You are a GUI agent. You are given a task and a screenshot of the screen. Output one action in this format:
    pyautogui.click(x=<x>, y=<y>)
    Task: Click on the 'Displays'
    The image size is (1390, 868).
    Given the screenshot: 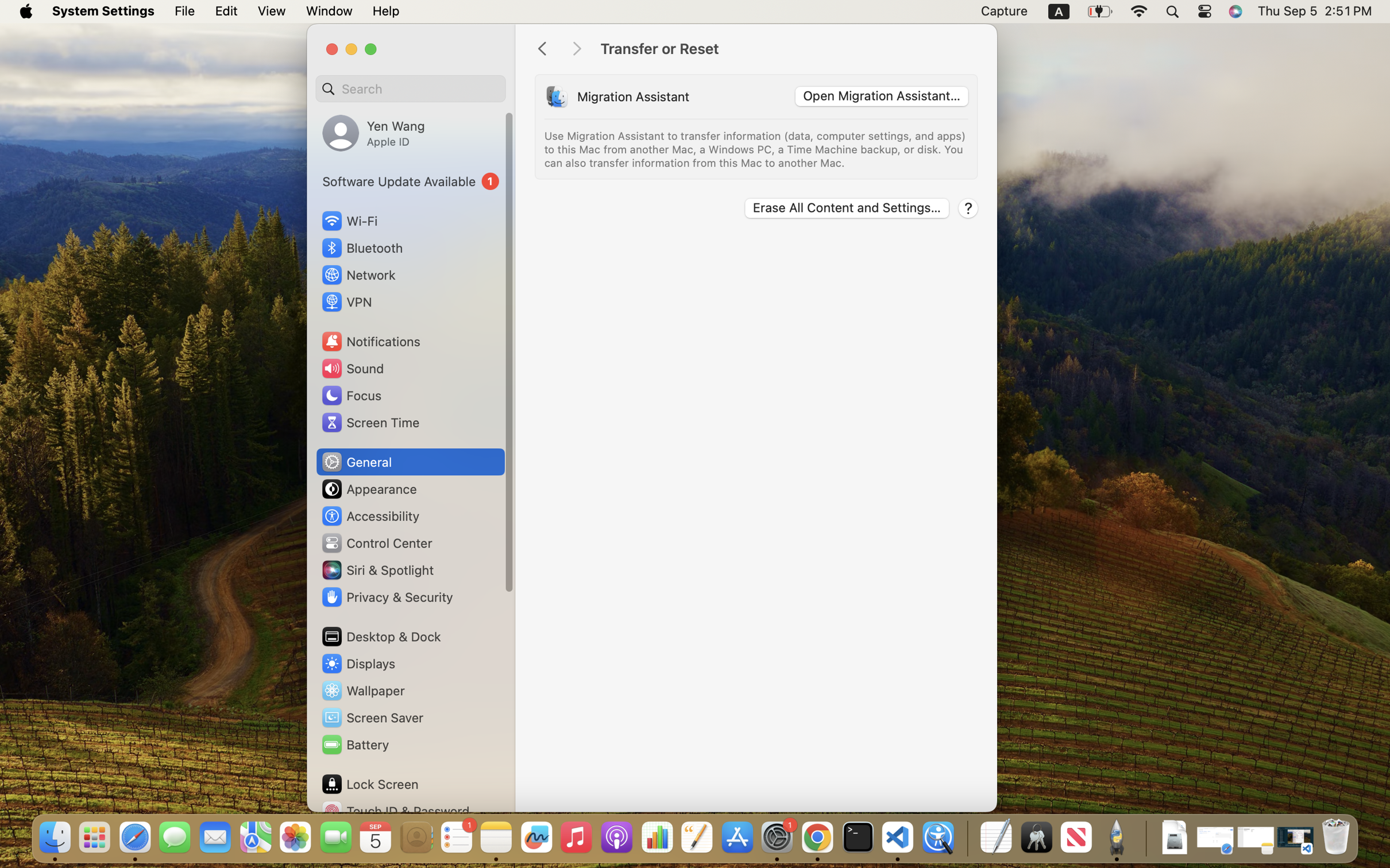 What is the action you would take?
    pyautogui.click(x=358, y=662)
    